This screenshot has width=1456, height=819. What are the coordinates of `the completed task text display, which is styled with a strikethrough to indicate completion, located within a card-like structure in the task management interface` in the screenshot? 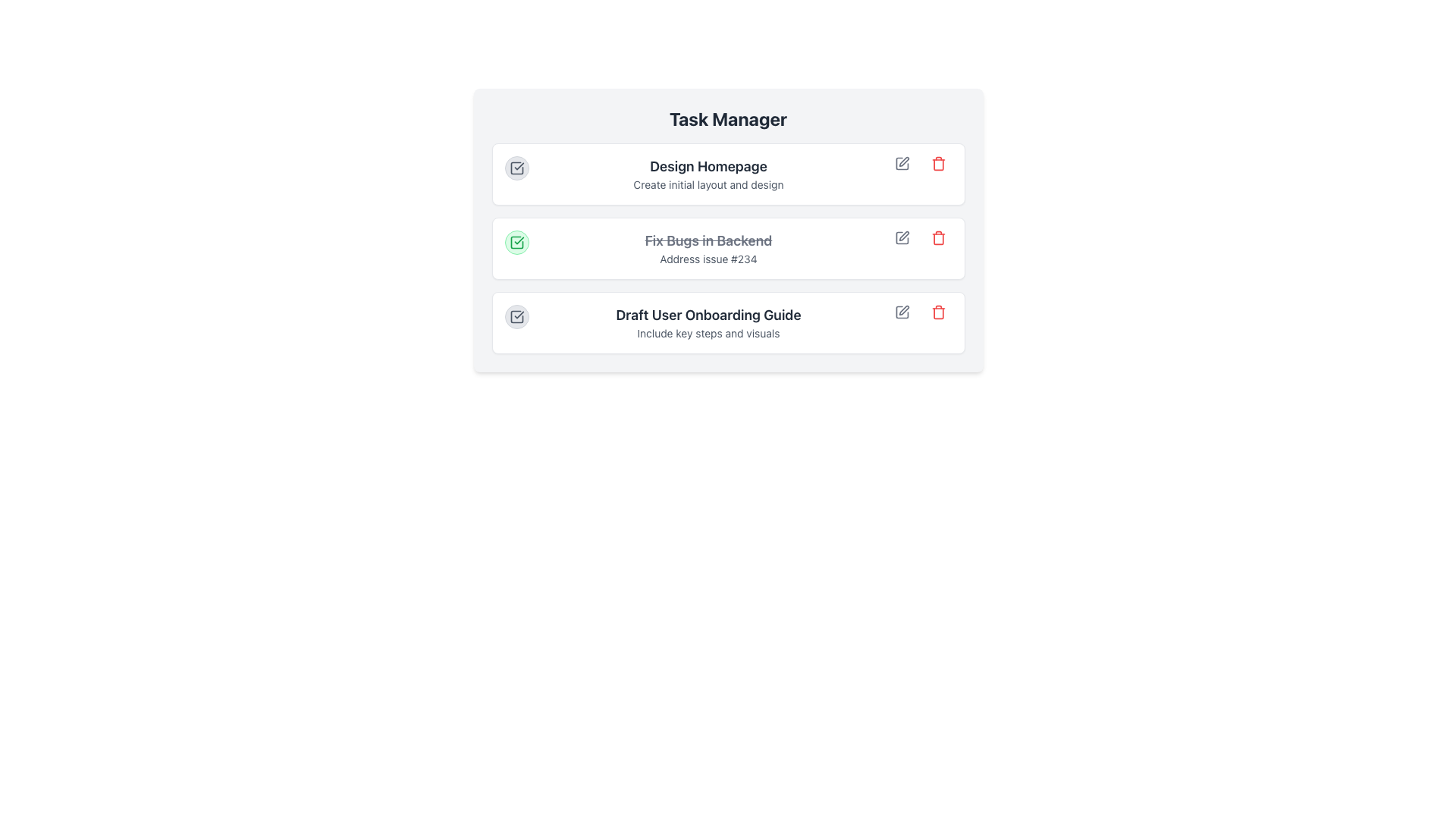 It's located at (708, 247).